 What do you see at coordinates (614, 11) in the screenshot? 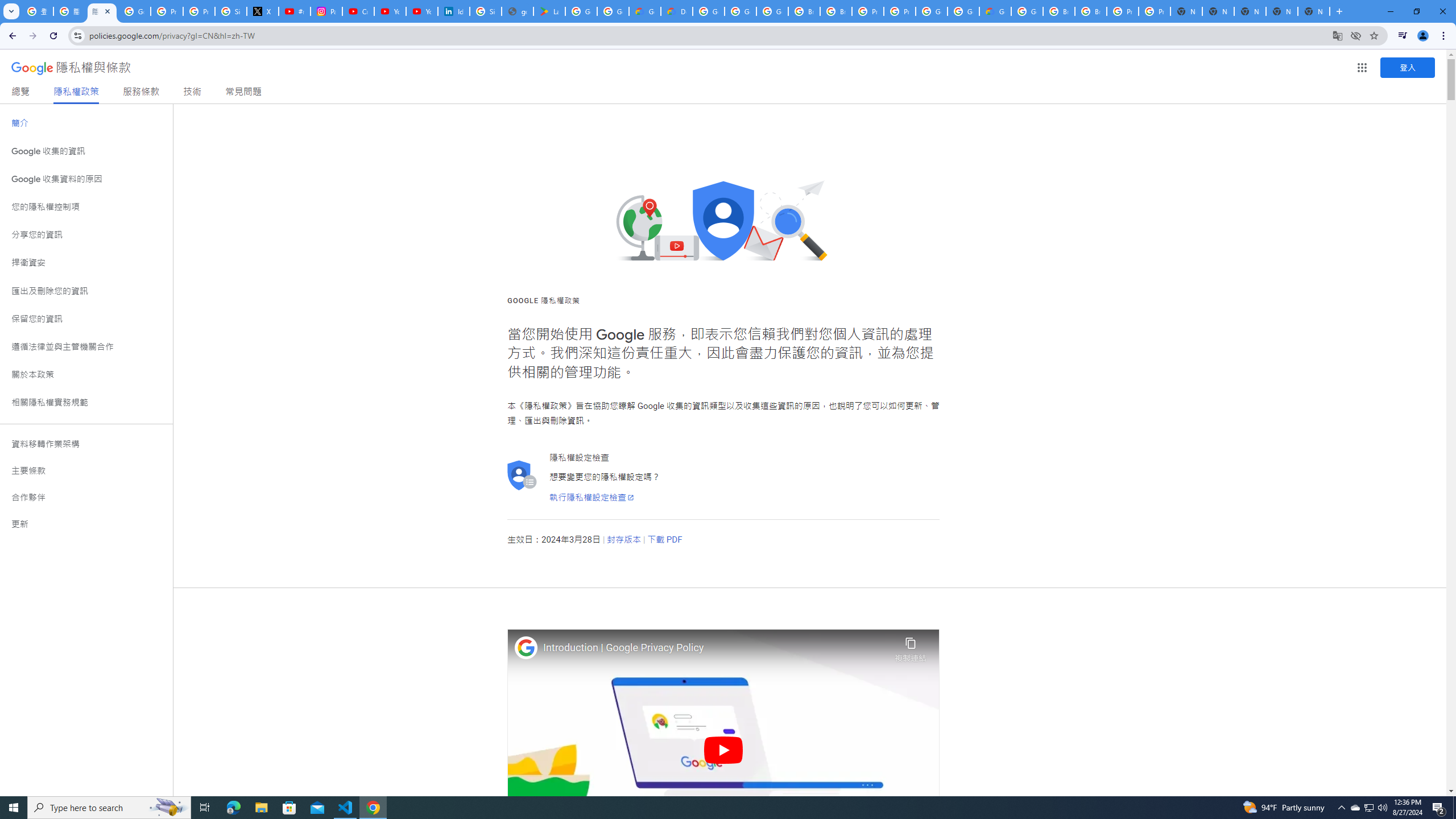
I see `'Google Workspace - Specific Terms'` at bounding box center [614, 11].